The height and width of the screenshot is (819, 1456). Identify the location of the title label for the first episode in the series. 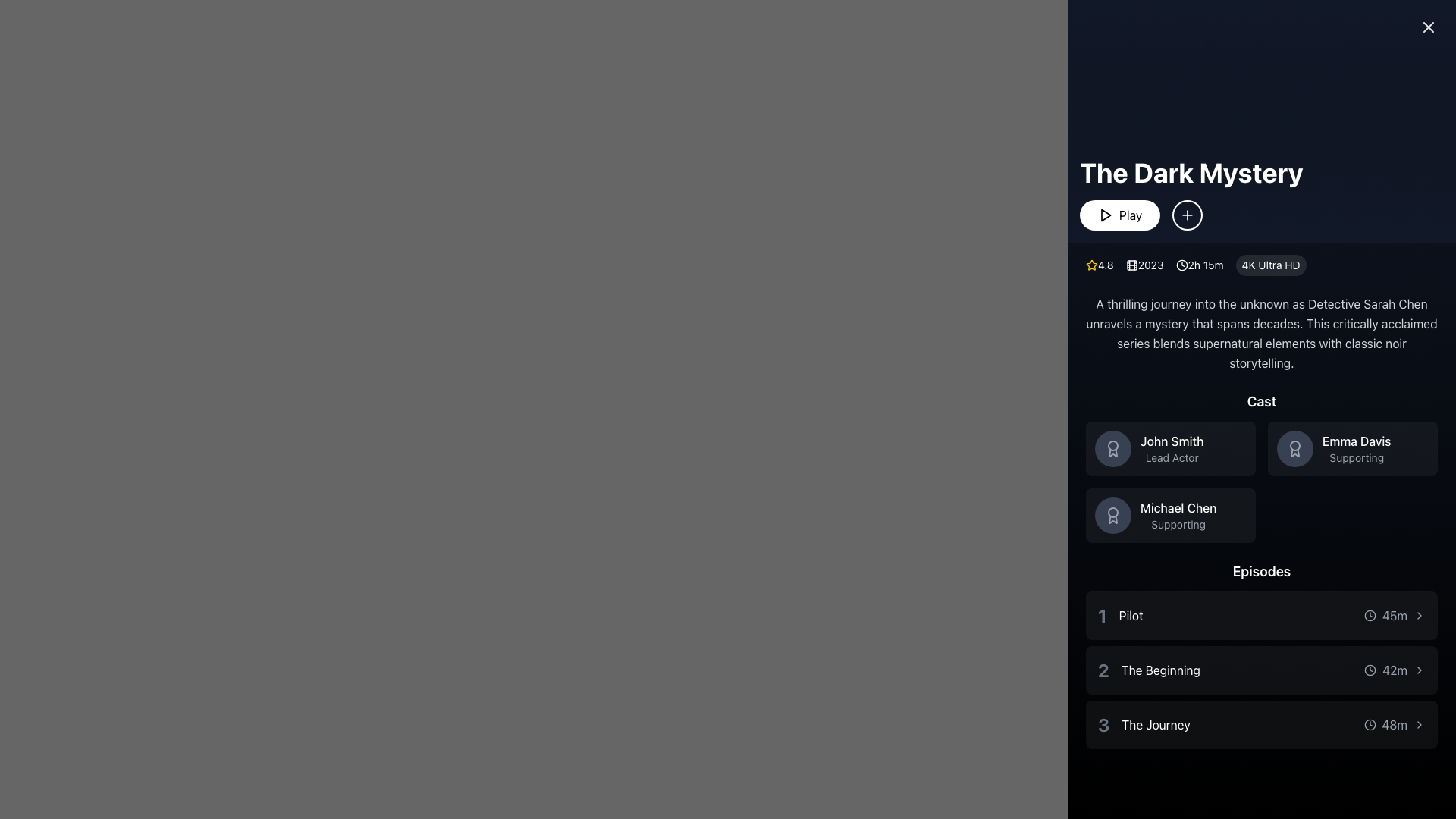
(1131, 616).